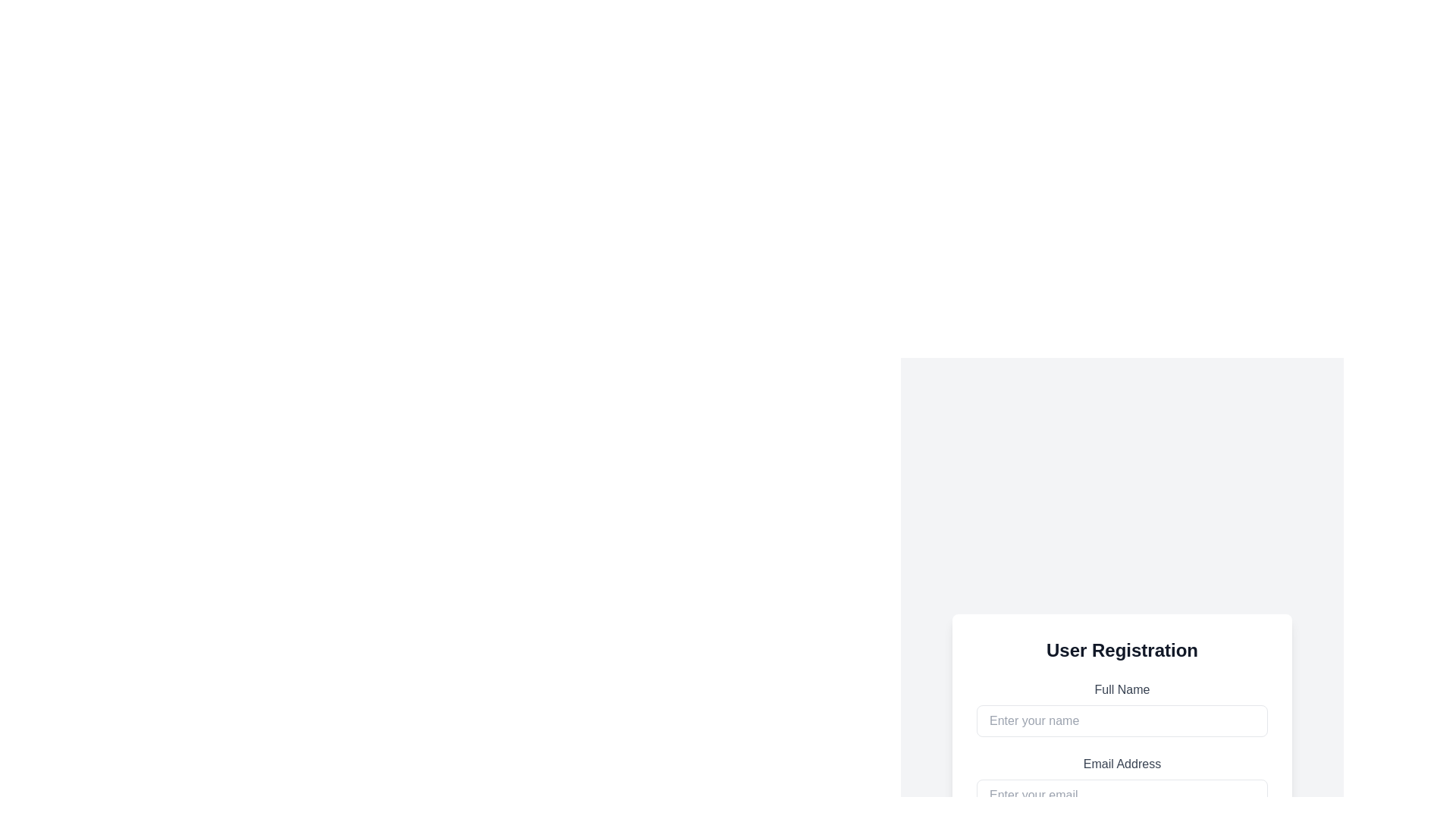 Image resolution: width=1456 pixels, height=819 pixels. What do you see at coordinates (1122, 649) in the screenshot?
I see `the 'User Registration' text header, which is a bold, large font title centered at the top of the white registration panel` at bounding box center [1122, 649].